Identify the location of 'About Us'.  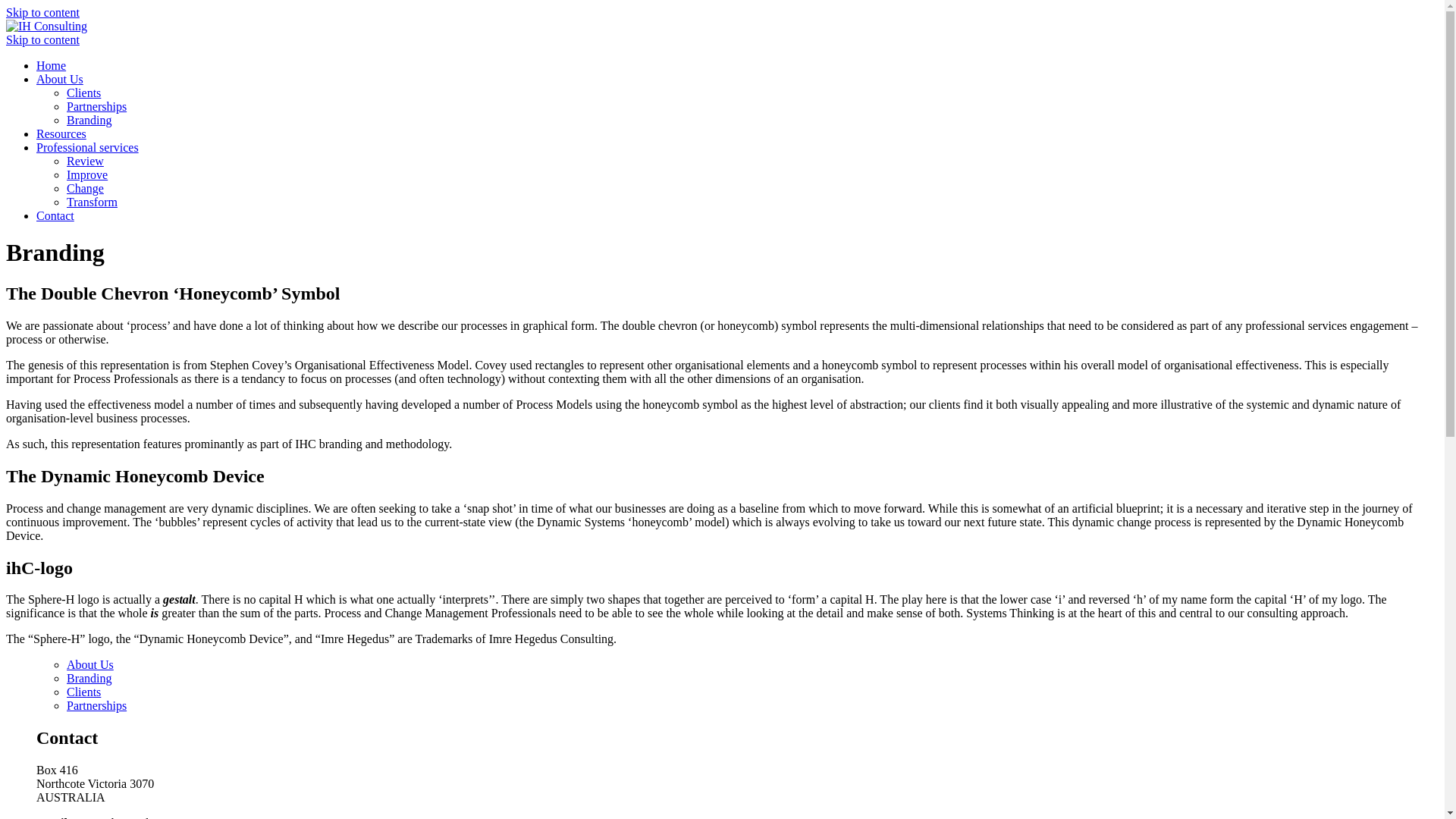
(89, 664).